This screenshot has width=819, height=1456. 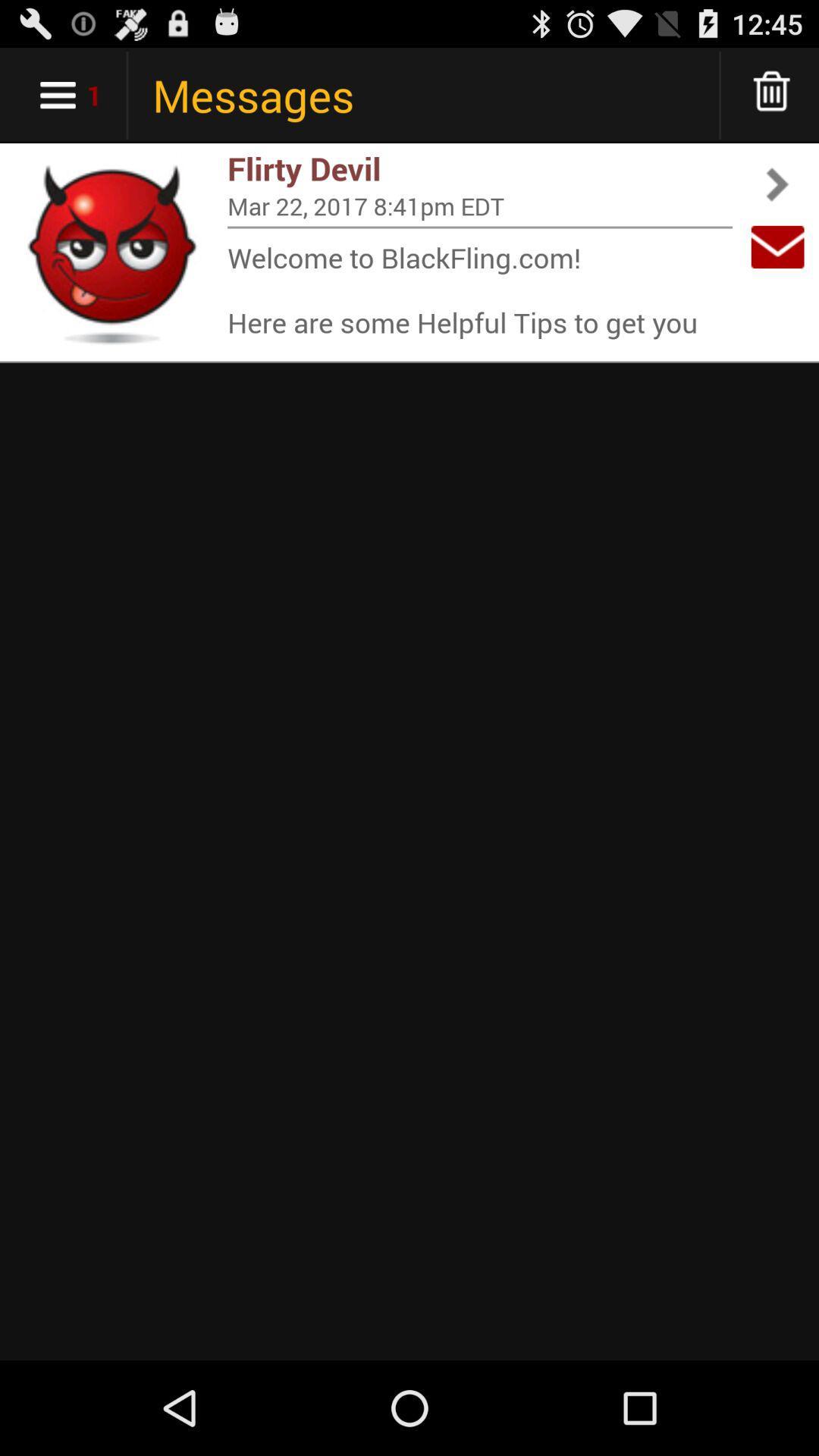 What do you see at coordinates (479, 205) in the screenshot?
I see `the app below flirty devil item` at bounding box center [479, 205].